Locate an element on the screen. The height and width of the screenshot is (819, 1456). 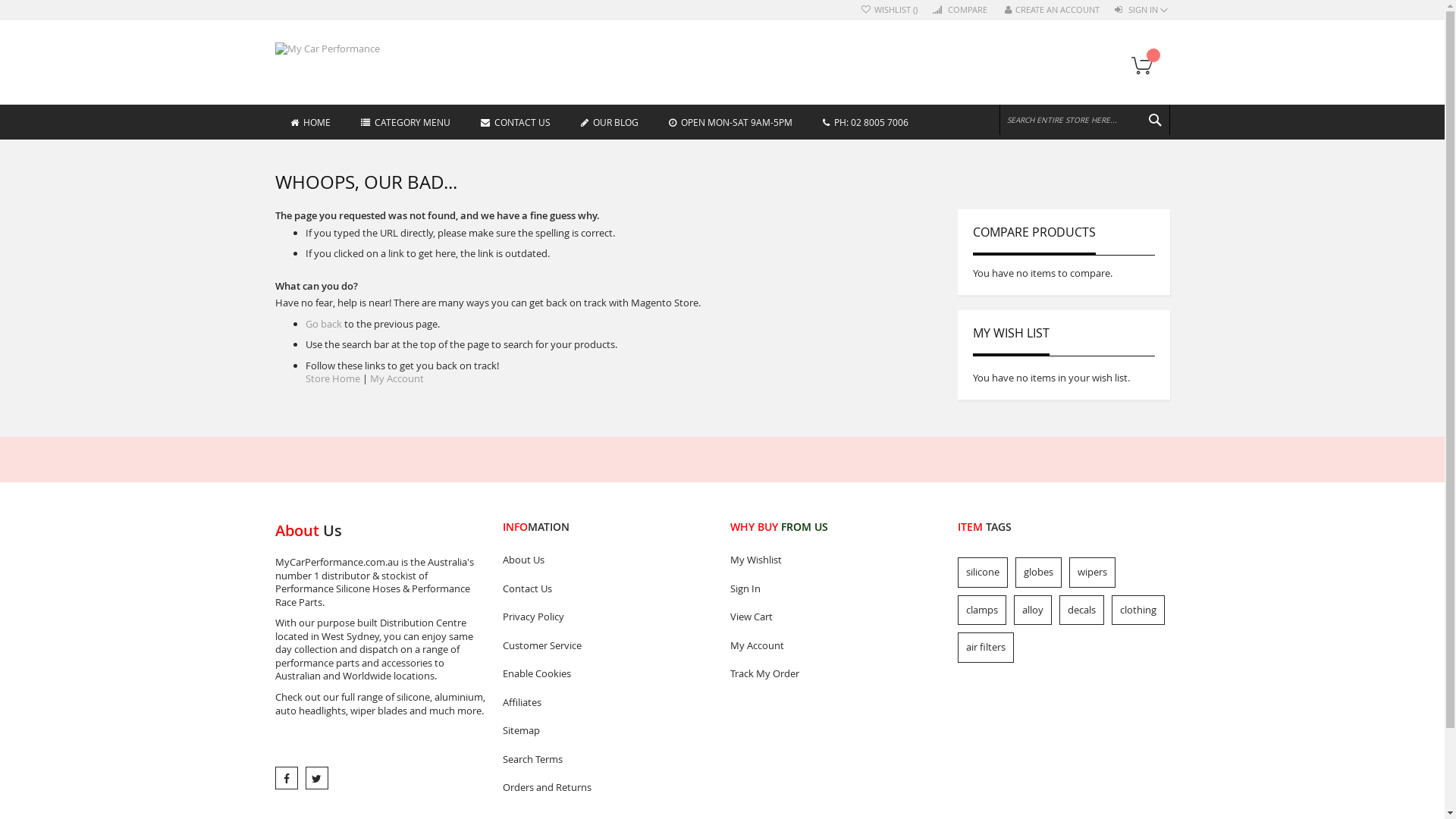
'wipers' is located at coordinates (1092, 573).